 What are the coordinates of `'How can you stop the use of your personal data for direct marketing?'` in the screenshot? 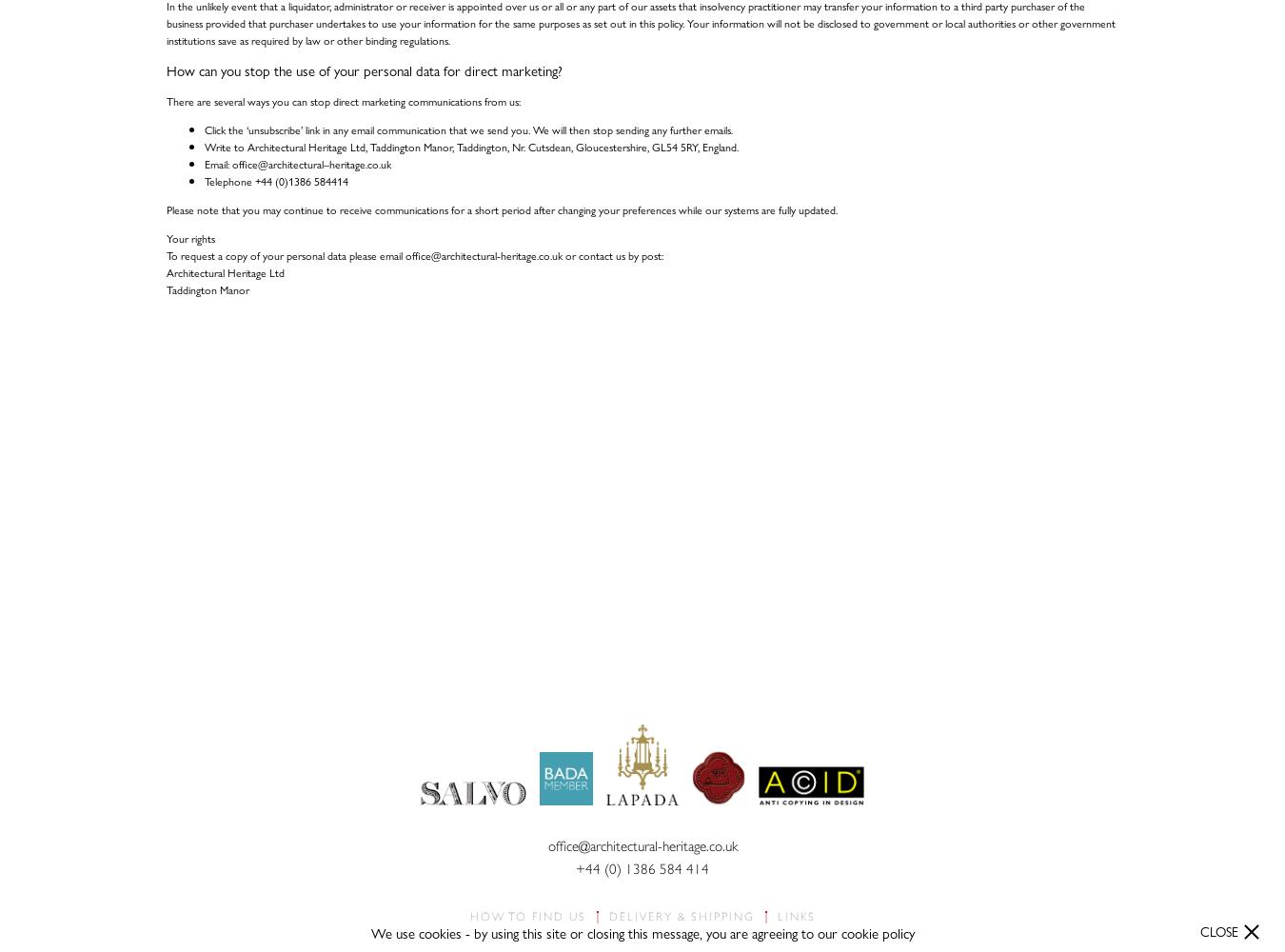 It's located at (166, 69).